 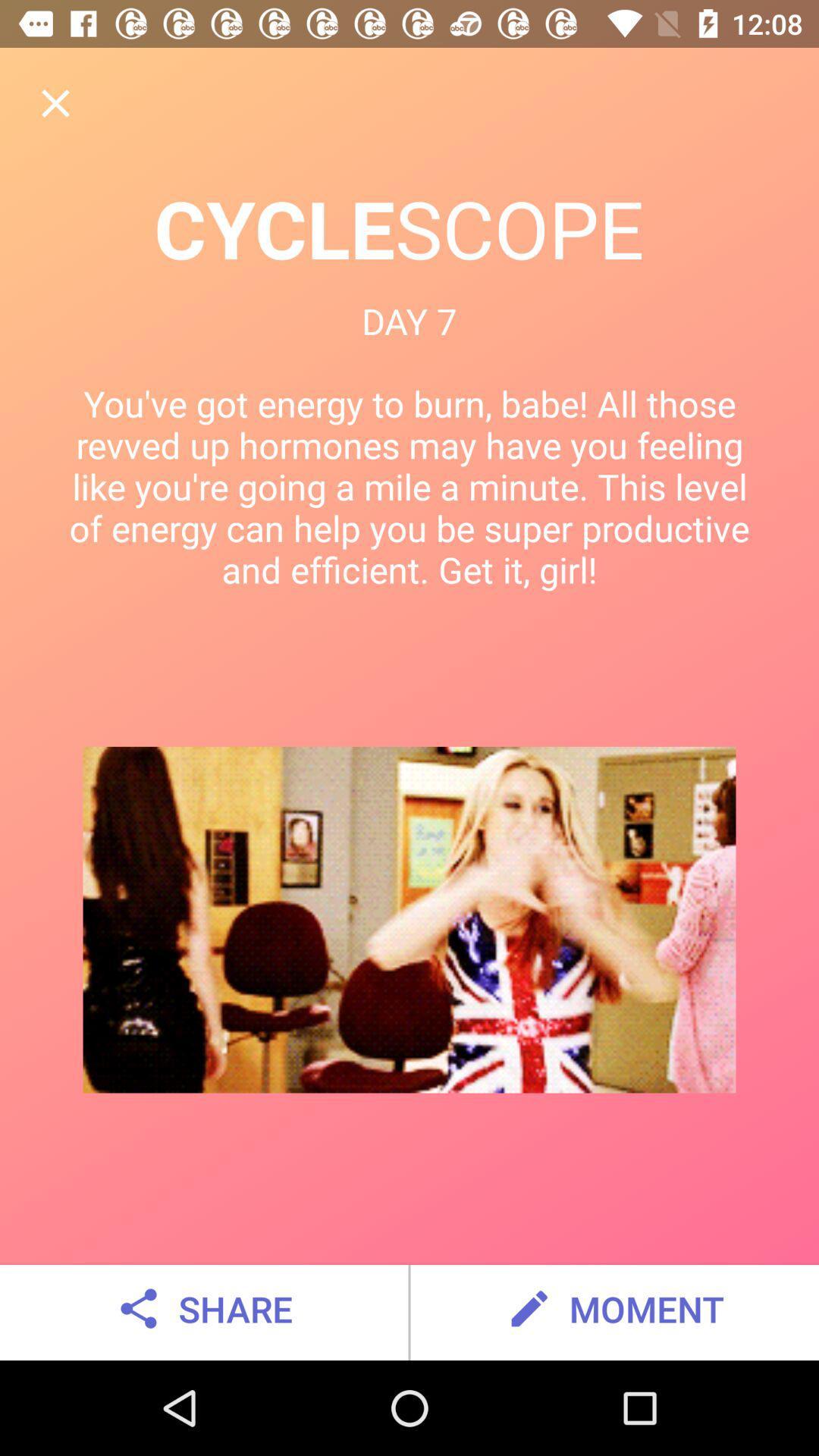 I want to click on share at the bottom left corner, so click(x=202, y=1308).